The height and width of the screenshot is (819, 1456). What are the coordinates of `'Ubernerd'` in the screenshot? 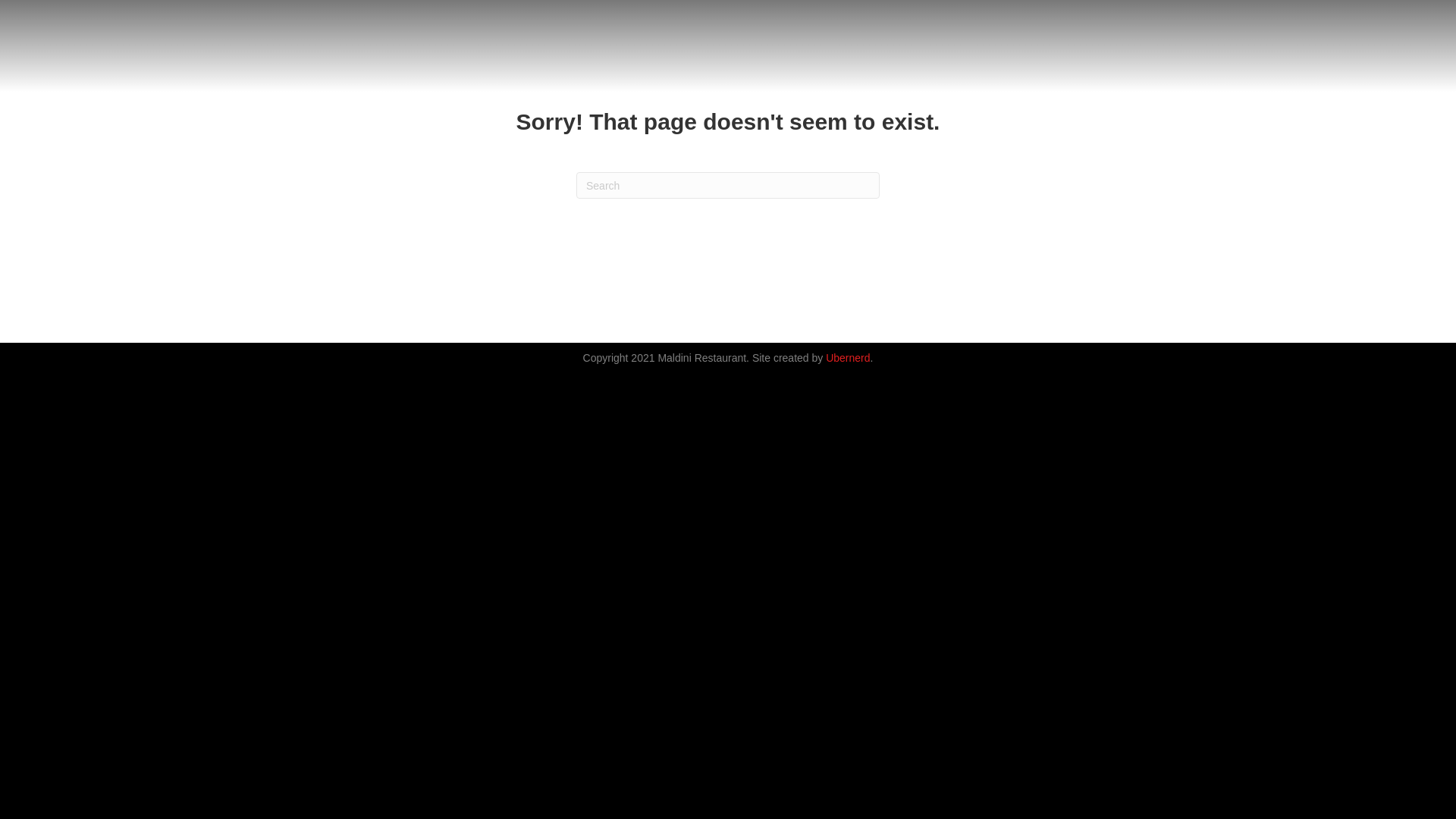 It's located at (847, 357).